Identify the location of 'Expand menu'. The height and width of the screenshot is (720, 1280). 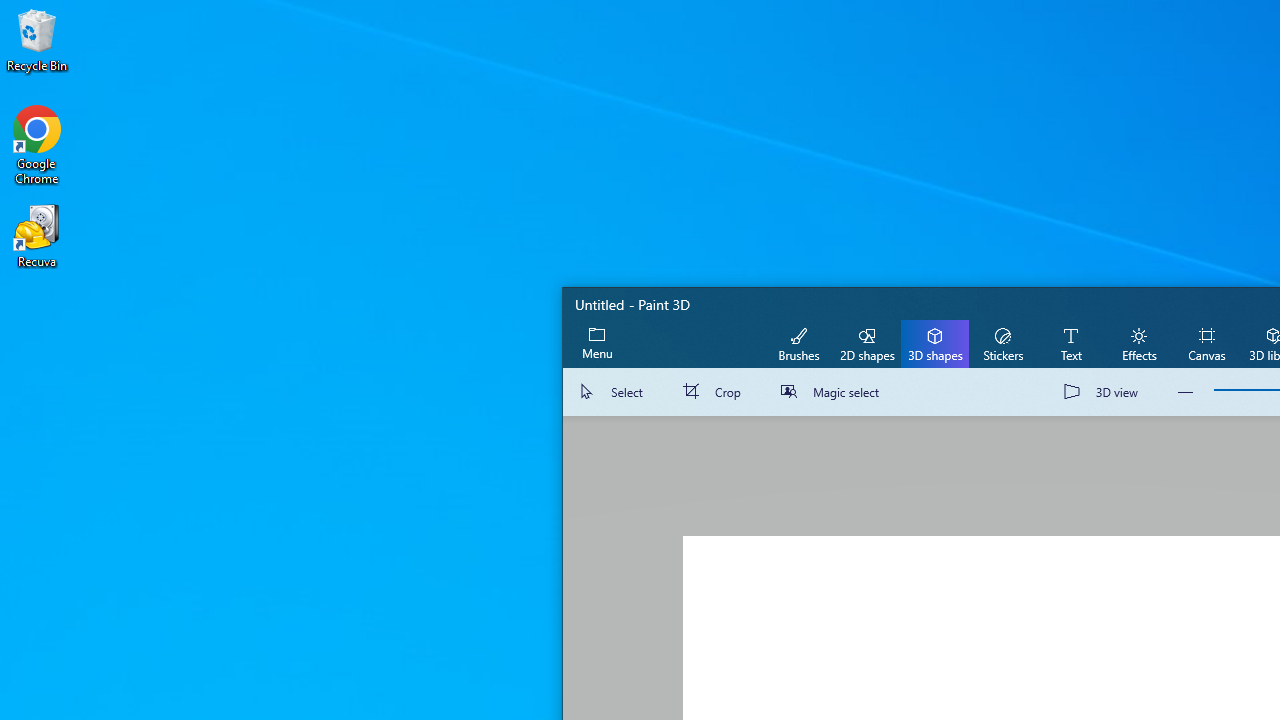
(596, 342).